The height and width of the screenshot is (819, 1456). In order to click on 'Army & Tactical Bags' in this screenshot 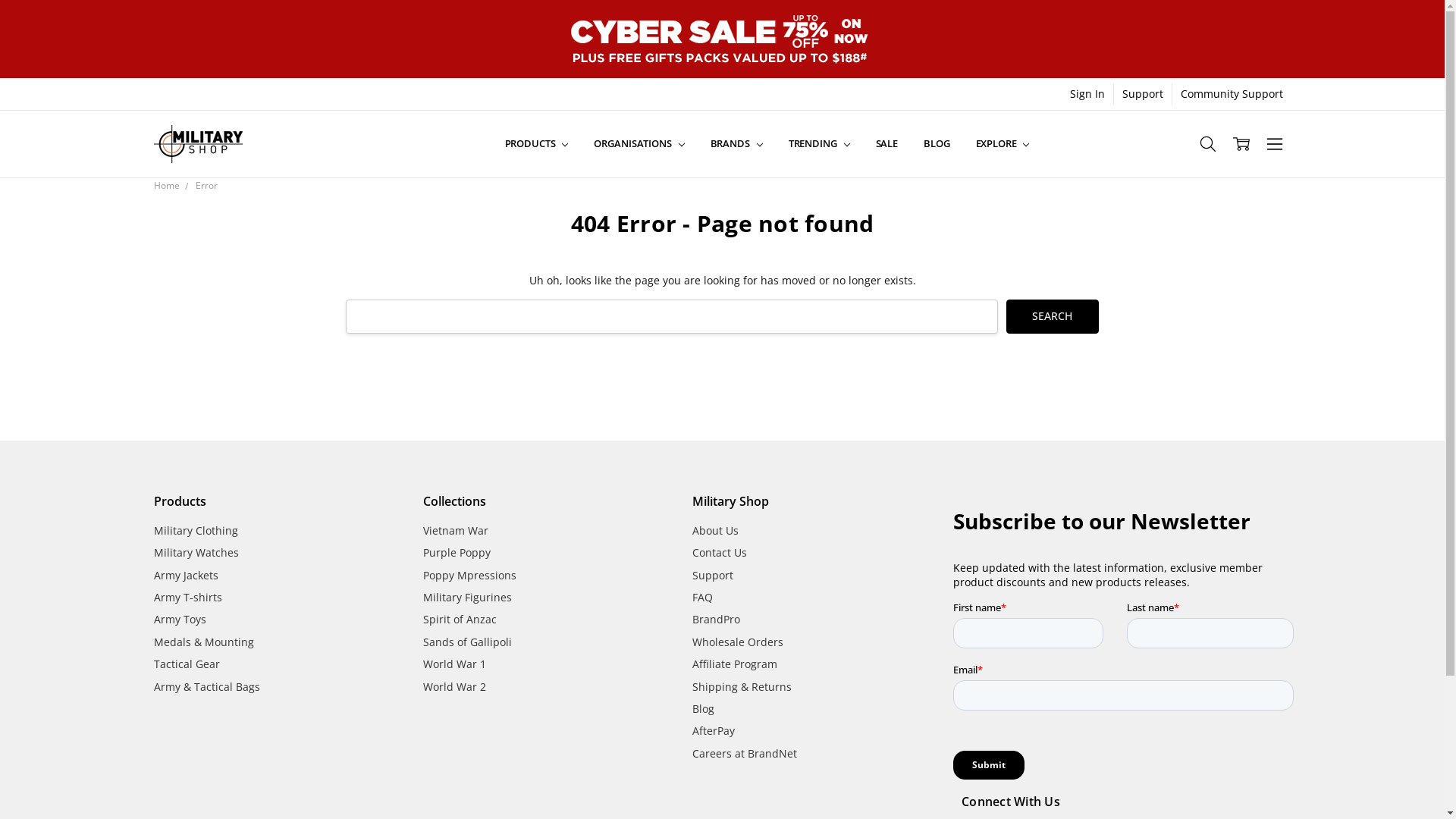, I will do `click(206, 686)`.